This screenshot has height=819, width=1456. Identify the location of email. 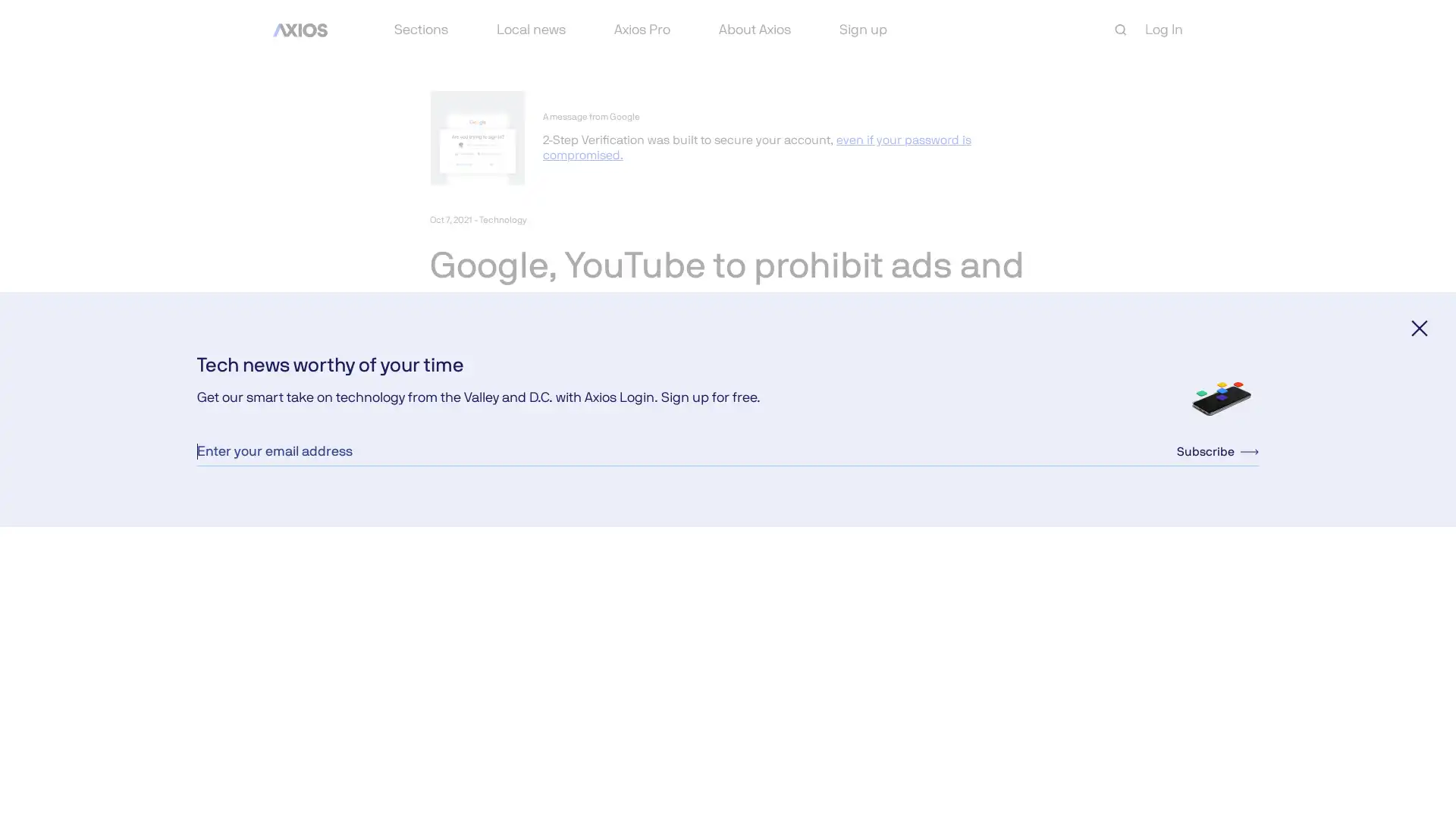
(549, 457).